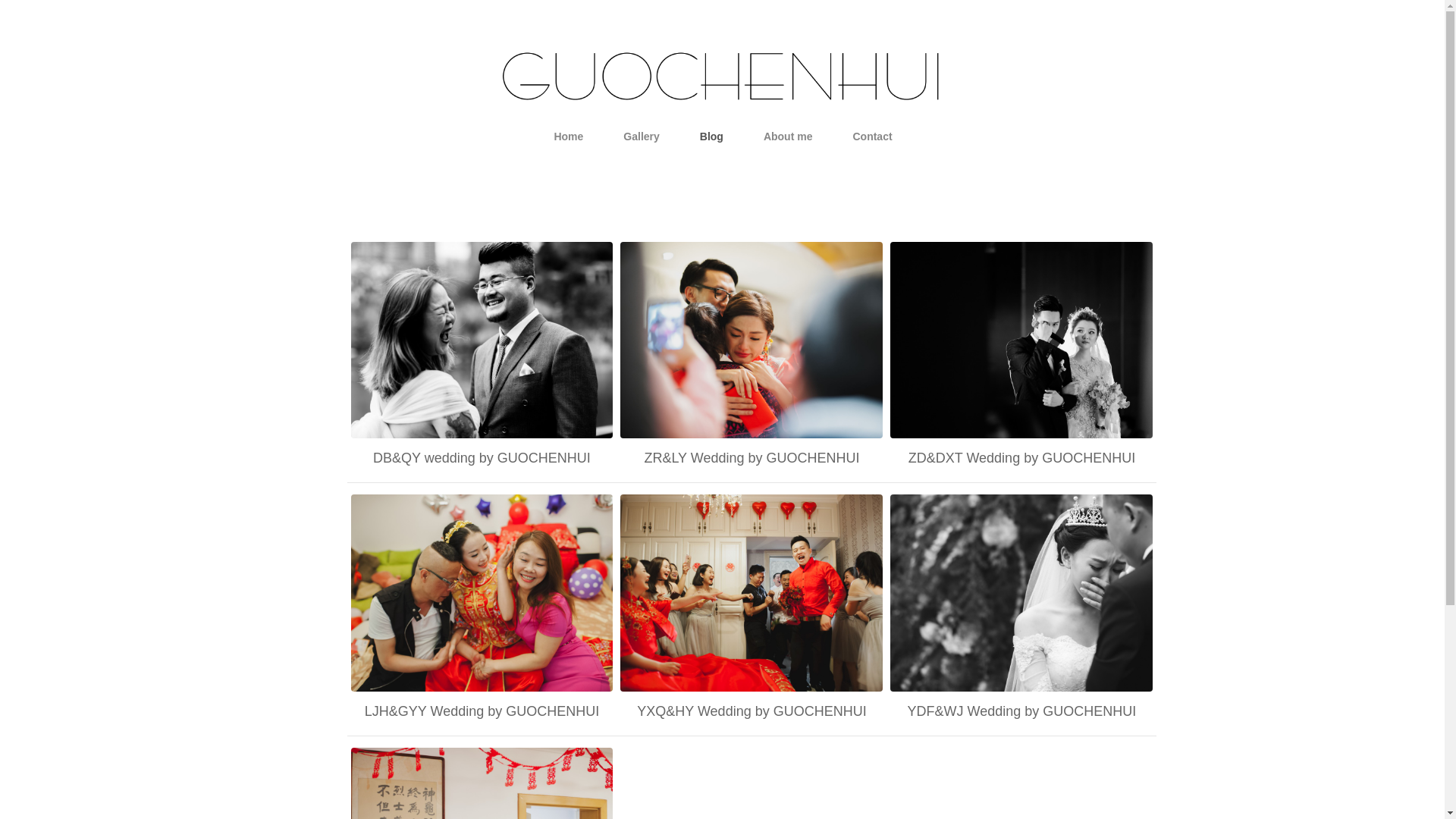 This screenshot has width=1456, height=819. What do you see at coordinates (788, 136) in the screenshot?
I see `'About me'` at bounding box center [788, 136].